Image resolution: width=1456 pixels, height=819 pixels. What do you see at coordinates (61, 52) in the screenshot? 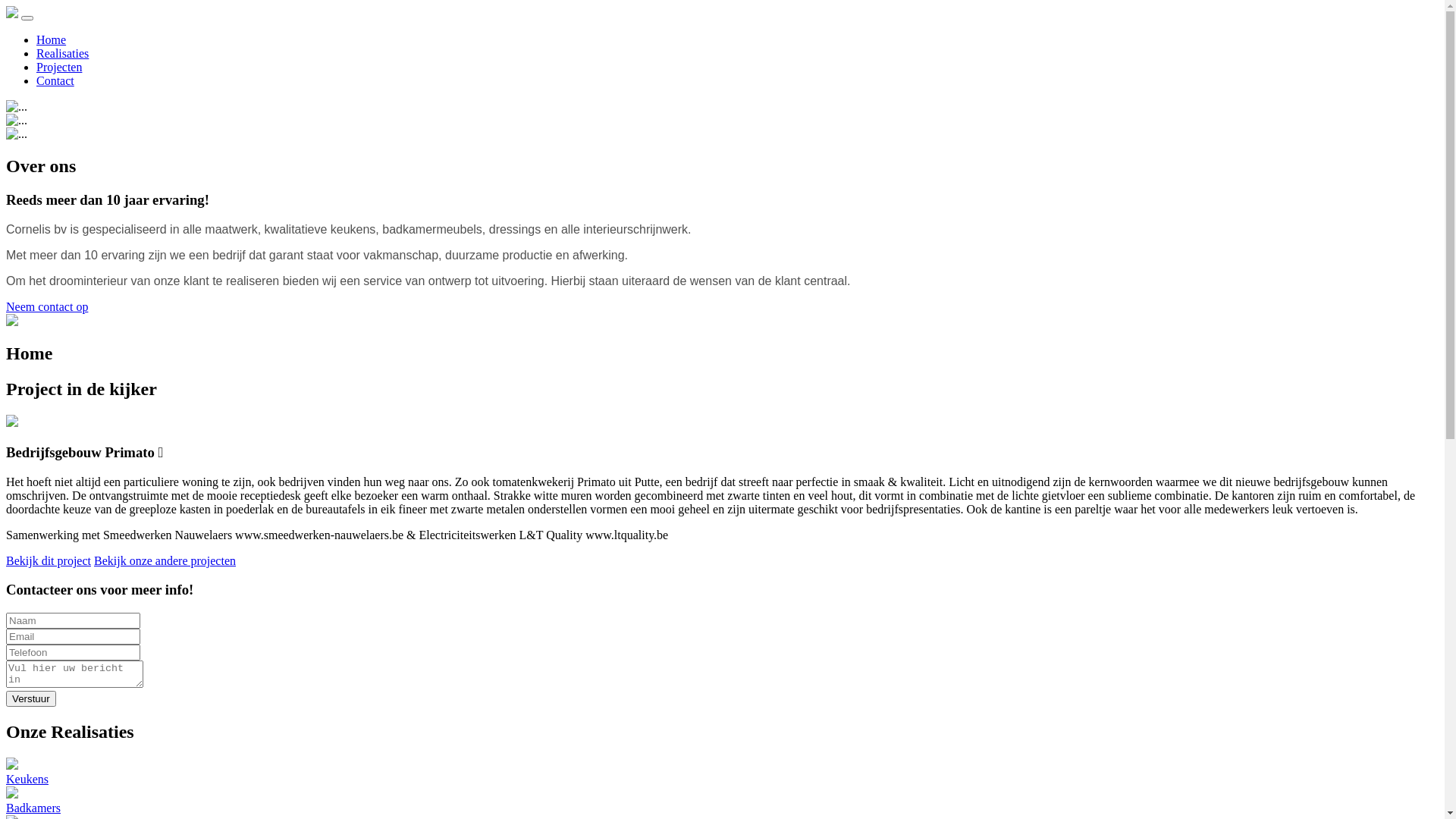
I see `'Realisaties'` at bounding box center [61, 52].